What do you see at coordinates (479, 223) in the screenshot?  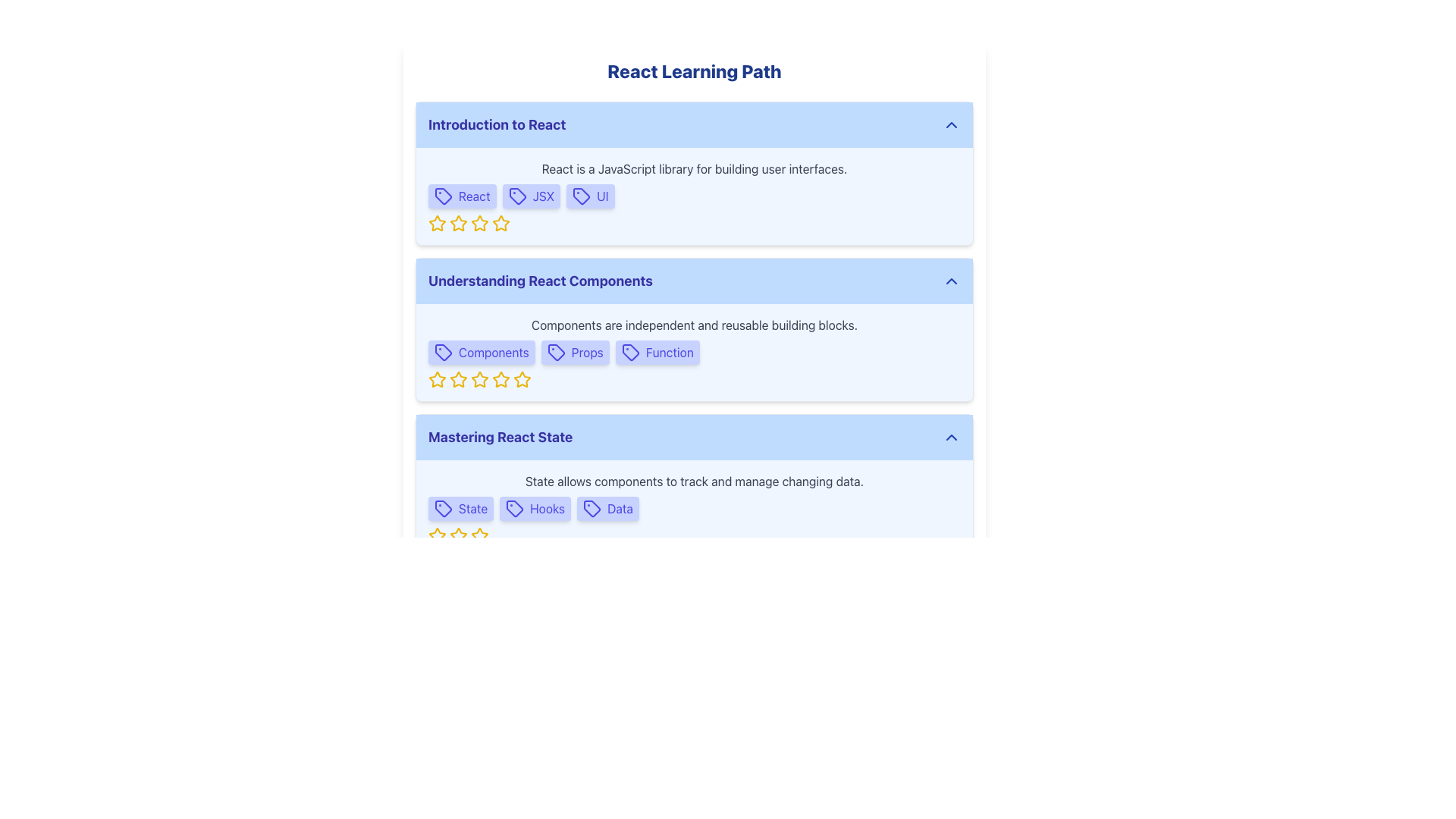 I see `the third star in the five-star rating component for the 'Introduction to React' section` at bounding box center [479, 223].